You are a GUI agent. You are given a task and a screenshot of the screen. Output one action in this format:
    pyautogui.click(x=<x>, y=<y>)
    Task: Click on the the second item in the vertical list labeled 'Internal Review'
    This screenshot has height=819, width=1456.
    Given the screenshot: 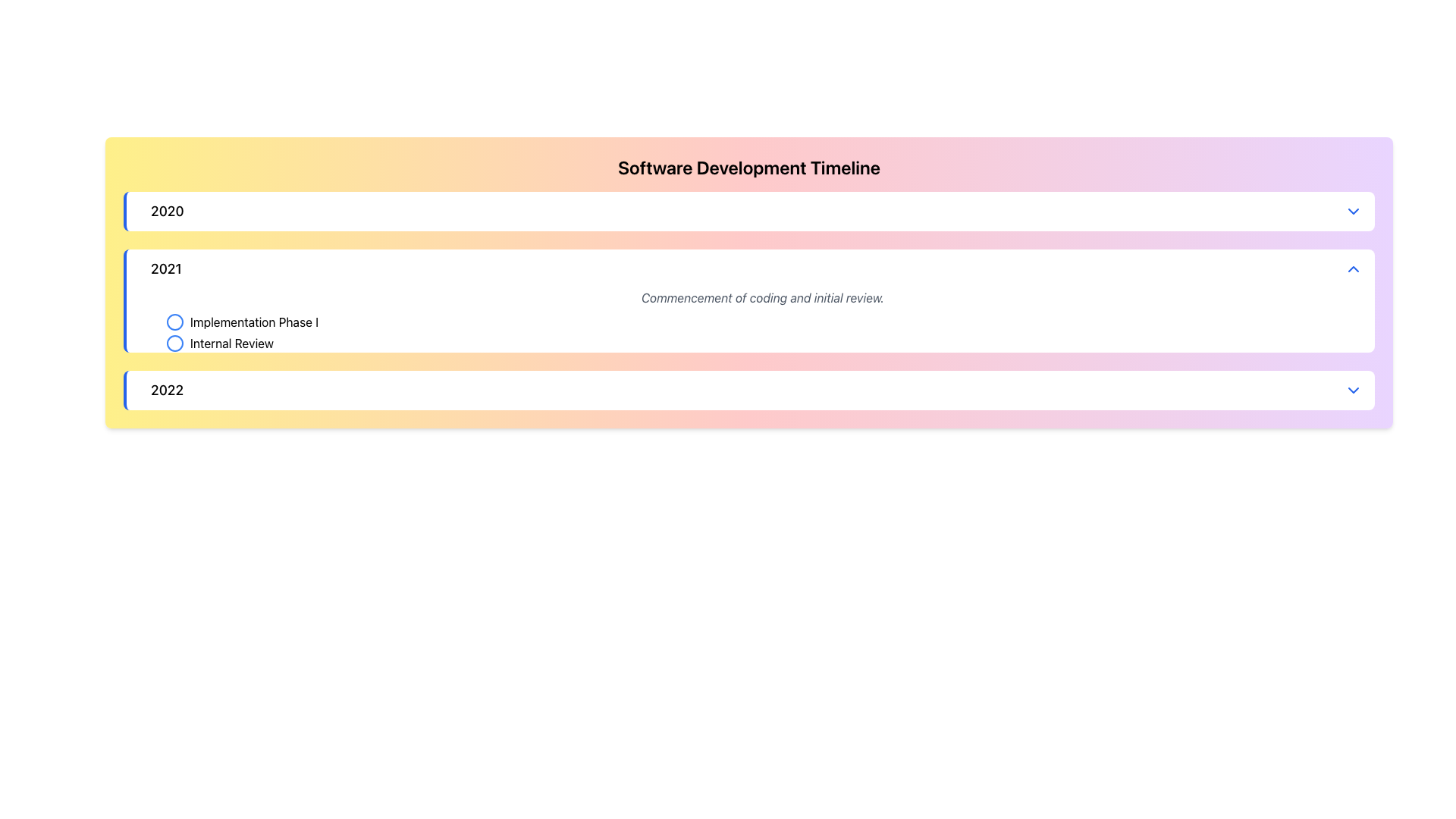 What is the action you would take?
    pyautogui.click(x=763, y=332)
    